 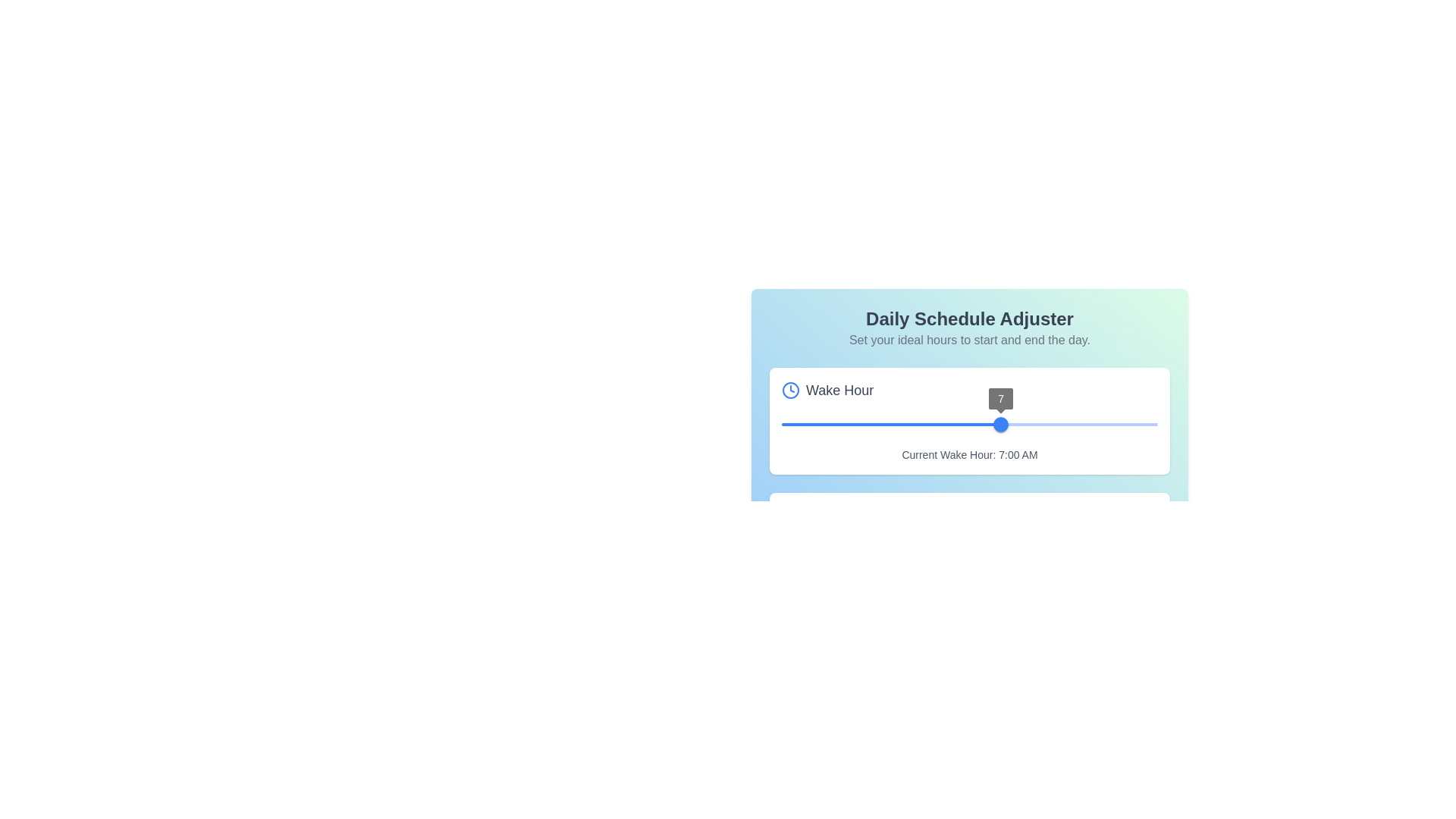 What do you see at coordinates (843, 424) in the screenshot?
I see `the wake hour` at bounding box center [843, 424].